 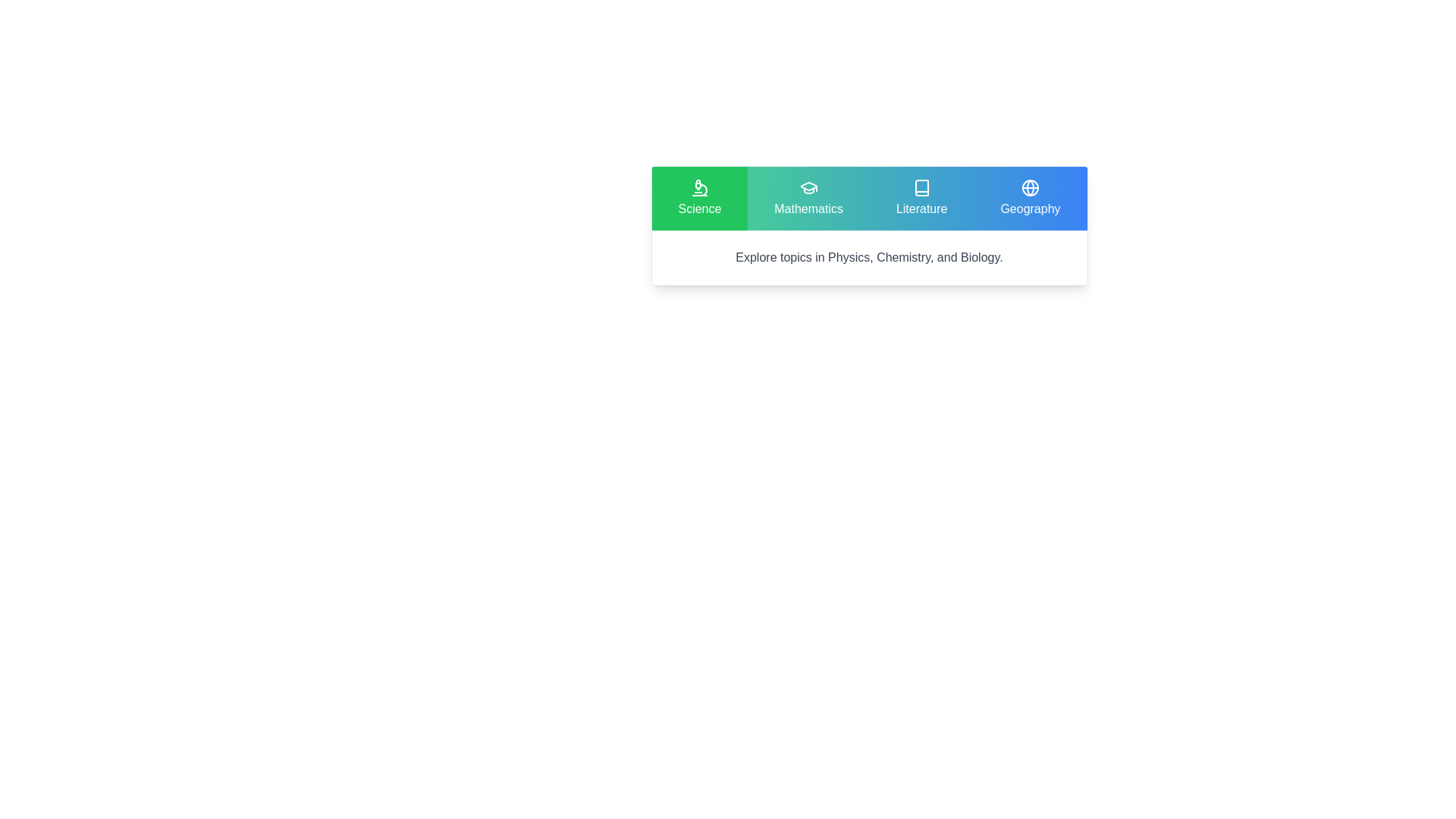 What do you see at coordinates (698, 187) in the screenshot?
I see `the decorative 'Science' category icon located in the leftmost panel of the horizontal menu bar, which is visually centered within the green background area and directly above the 'Science' text` at bounding box center [698, 187].